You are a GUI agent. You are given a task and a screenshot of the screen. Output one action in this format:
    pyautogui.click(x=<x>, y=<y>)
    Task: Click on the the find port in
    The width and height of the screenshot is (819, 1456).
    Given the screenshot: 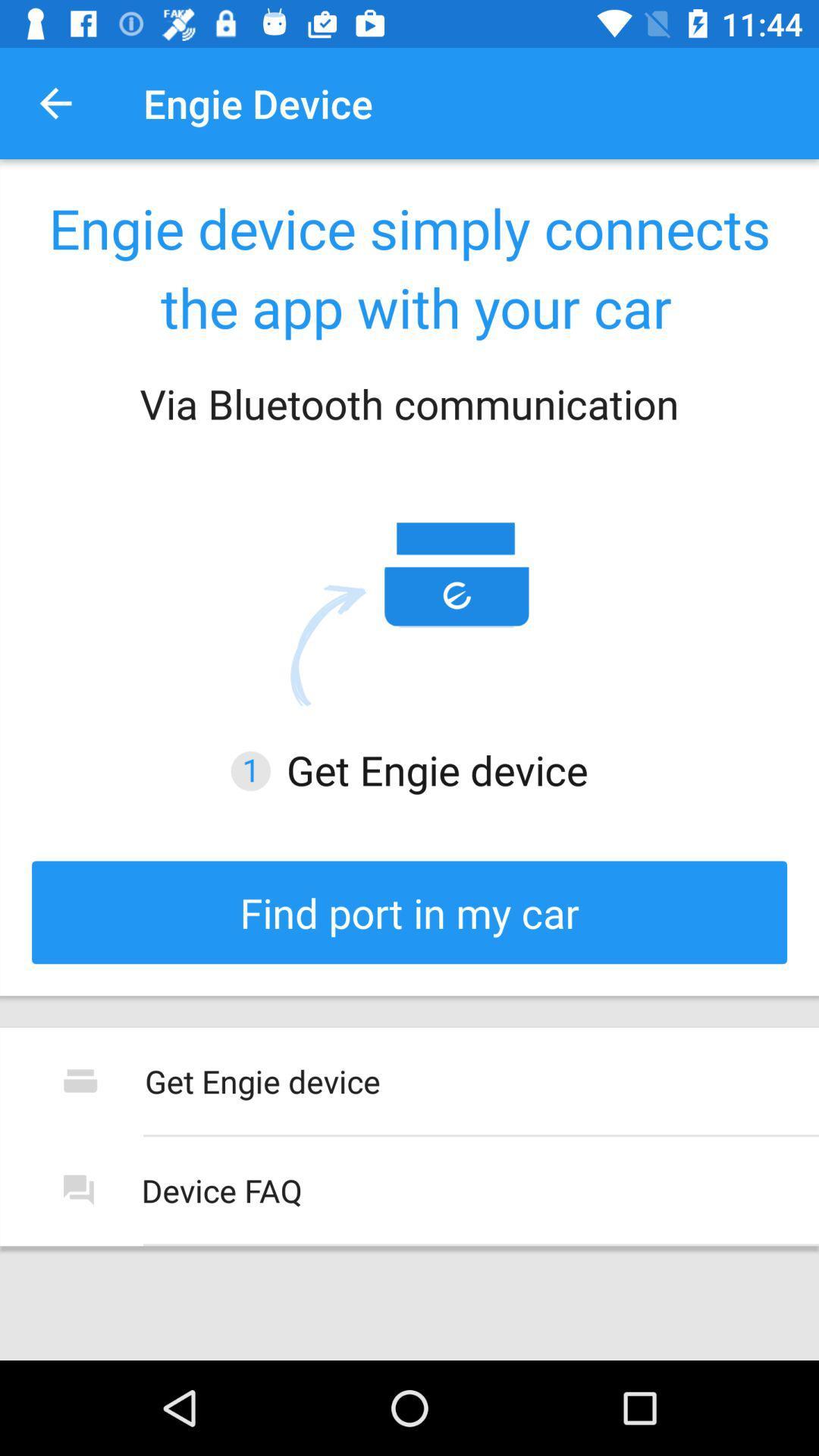 What is the action you would take?
    pyautogui.click(x=409, y=912)
    